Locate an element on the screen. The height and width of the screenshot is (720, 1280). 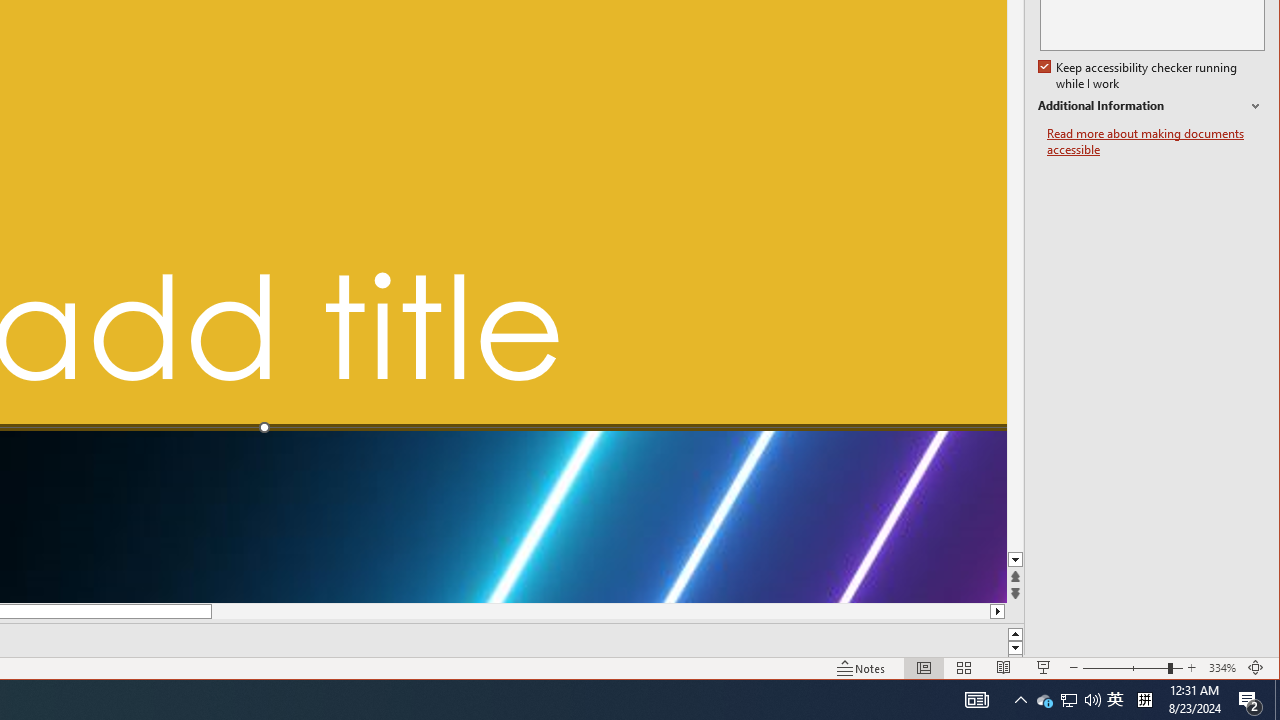
'Zoom 334%' is located at coordinates (1221, 668).